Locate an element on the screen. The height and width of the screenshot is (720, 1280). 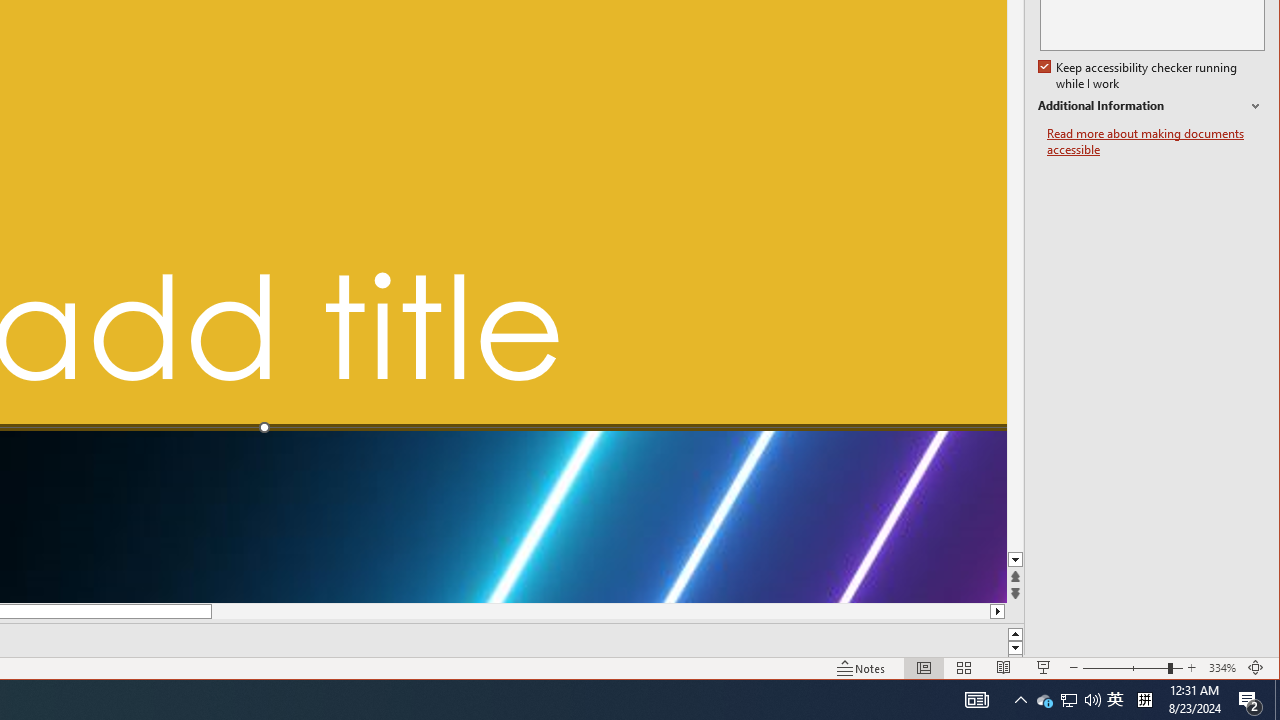
'Zoom 334%' is located at coordinates (1221, 668).